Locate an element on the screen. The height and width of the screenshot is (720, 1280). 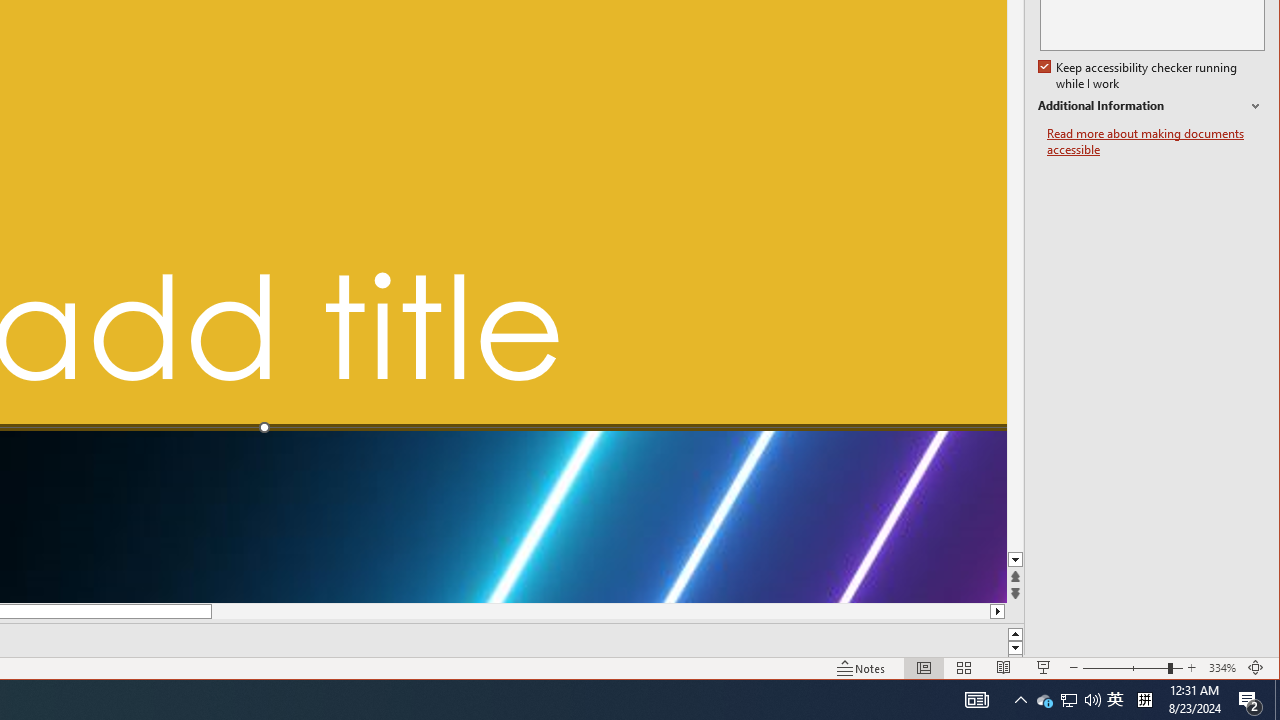
'Zoom 334%' is located at coordinates (1221, 668).